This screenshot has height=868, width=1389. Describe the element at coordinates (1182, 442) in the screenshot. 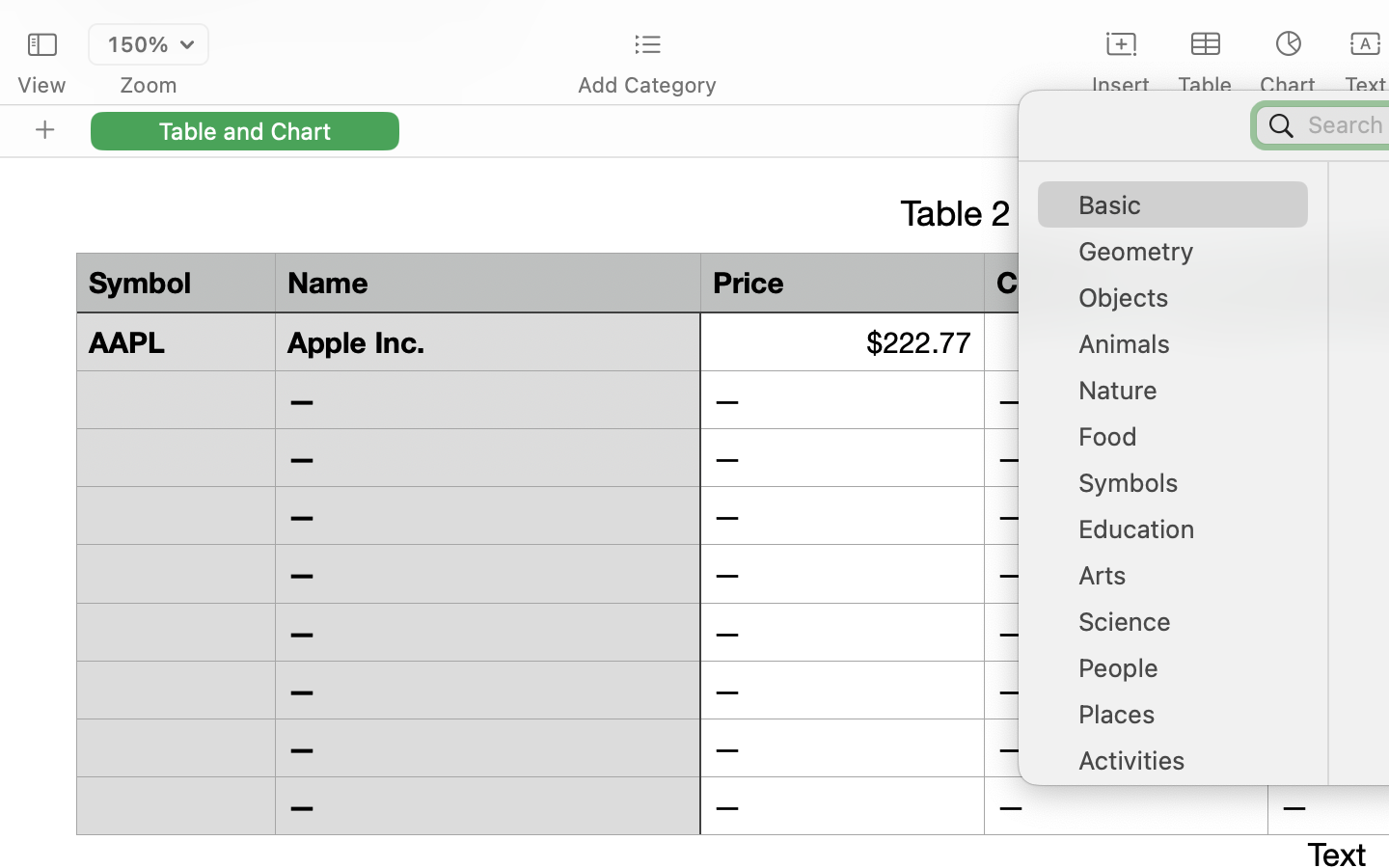

I see `'Food'` at that location.